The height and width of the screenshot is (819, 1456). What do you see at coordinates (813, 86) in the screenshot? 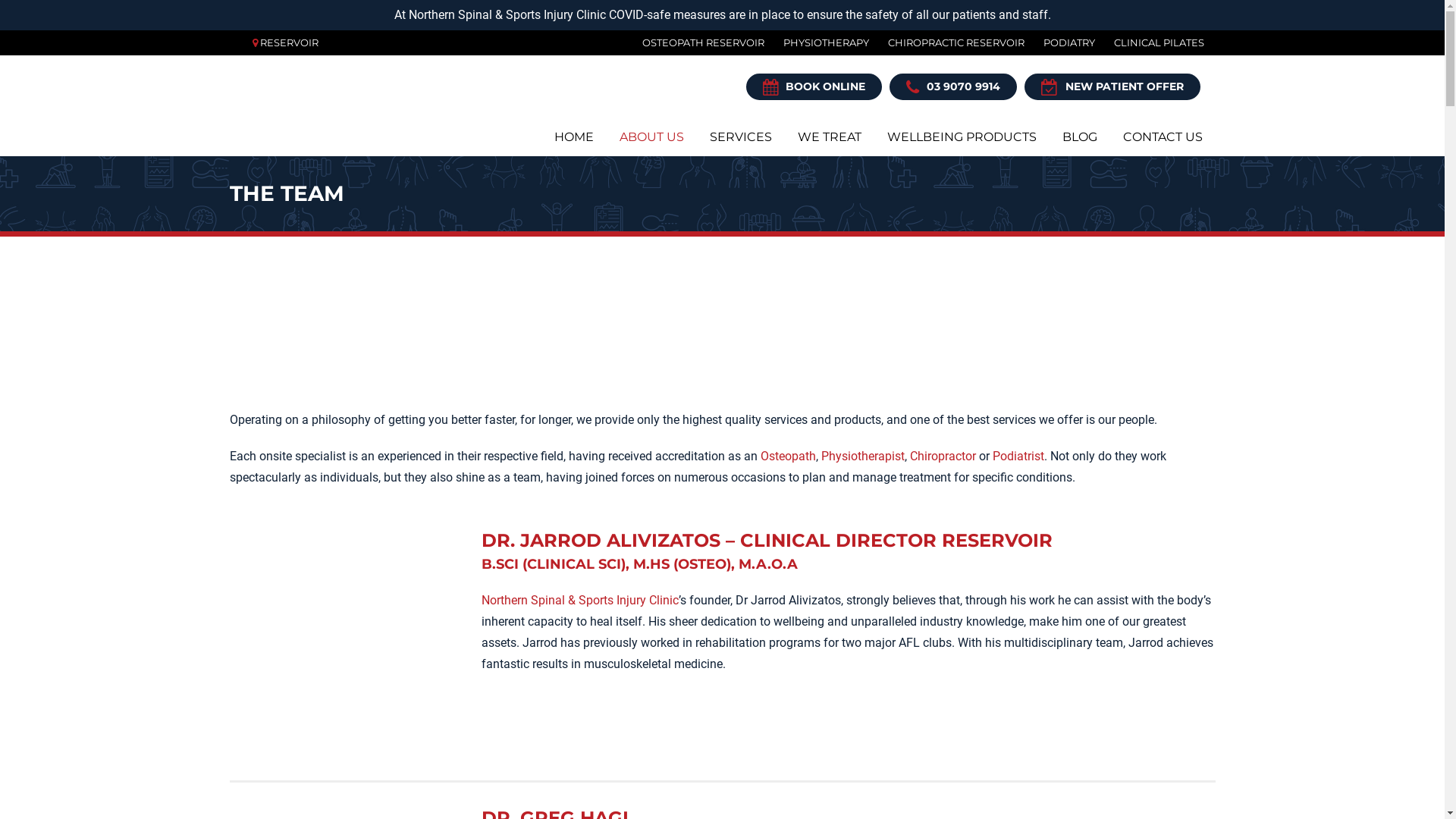
I see `'BOOK ONLINE'` at bounding box center [813, 86].